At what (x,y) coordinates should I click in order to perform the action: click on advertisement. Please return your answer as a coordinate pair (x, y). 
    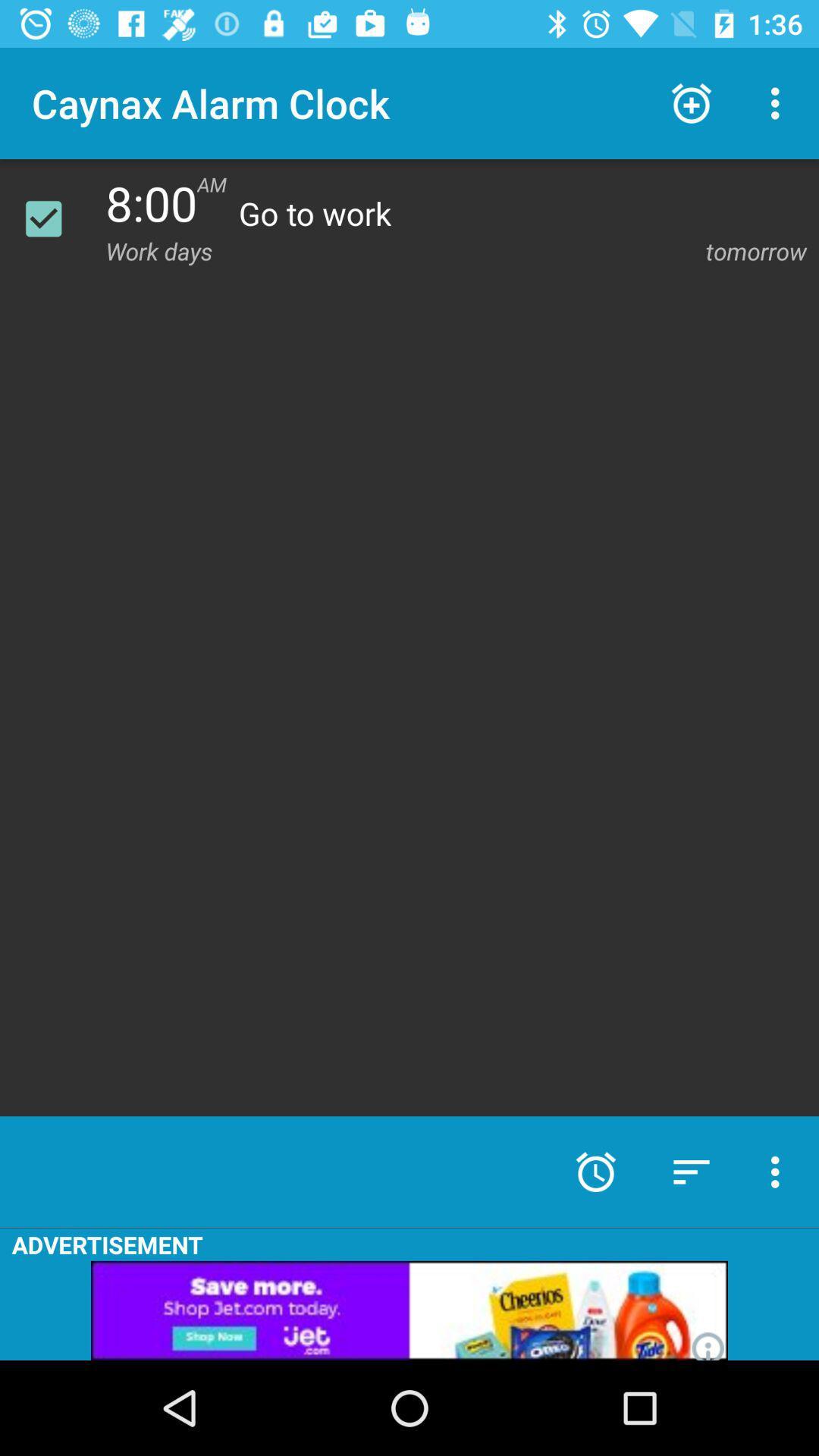
    Looking at the image, I should click on (409, 1310).